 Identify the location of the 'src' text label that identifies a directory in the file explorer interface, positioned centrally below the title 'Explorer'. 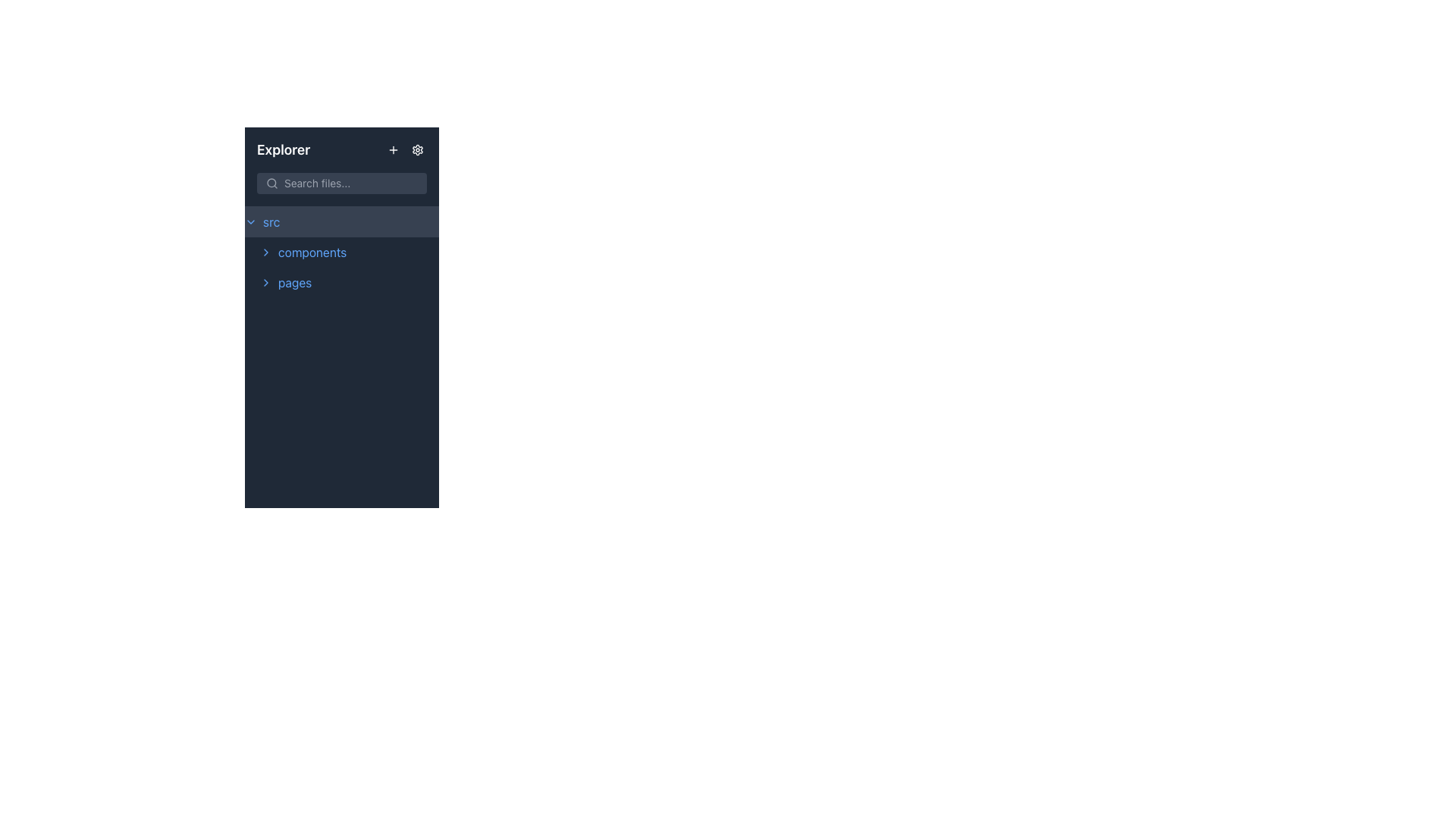
(271, 222).